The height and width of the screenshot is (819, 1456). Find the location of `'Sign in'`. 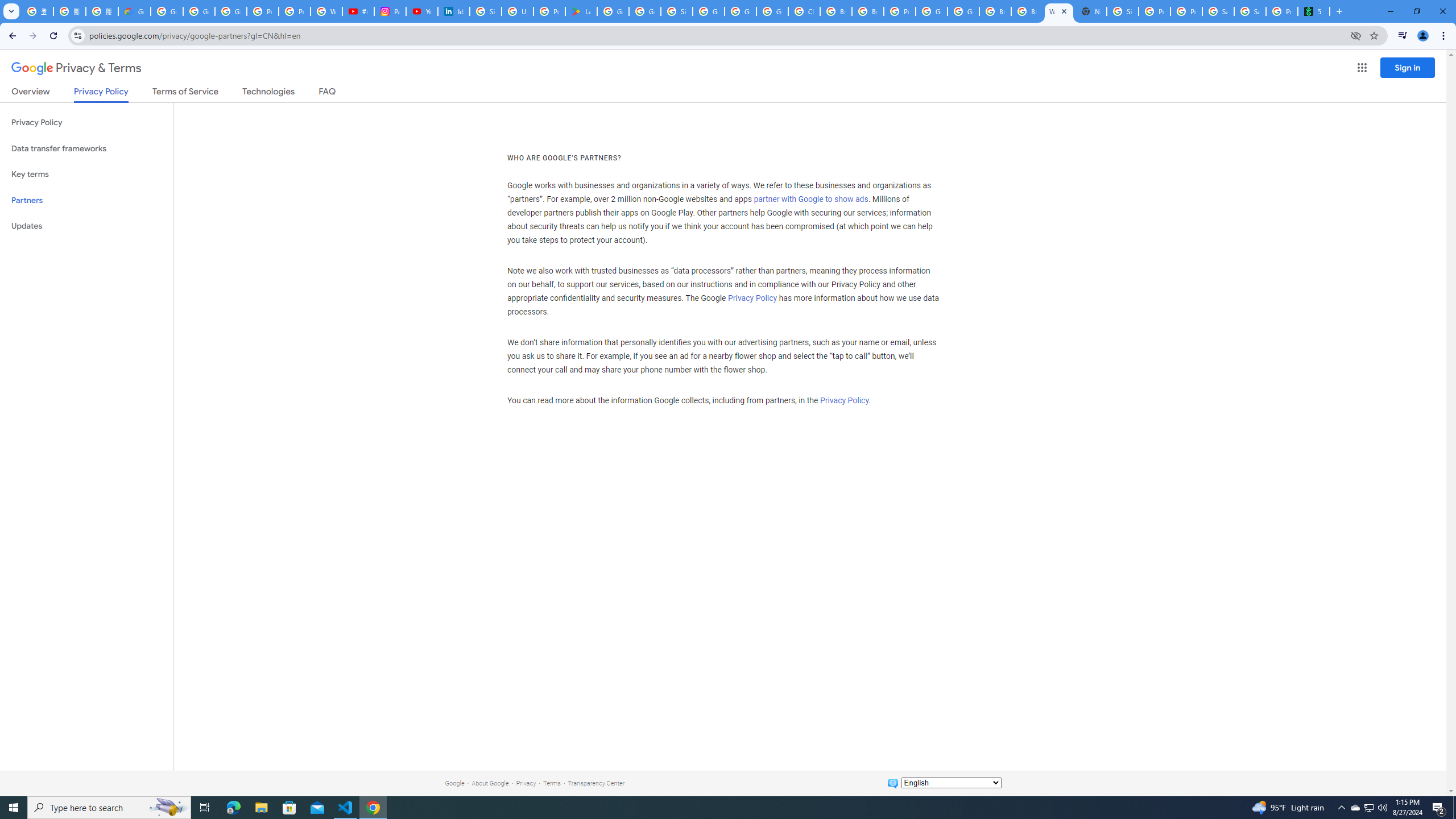

'Sign in' is located at coordinates (1407, 67).